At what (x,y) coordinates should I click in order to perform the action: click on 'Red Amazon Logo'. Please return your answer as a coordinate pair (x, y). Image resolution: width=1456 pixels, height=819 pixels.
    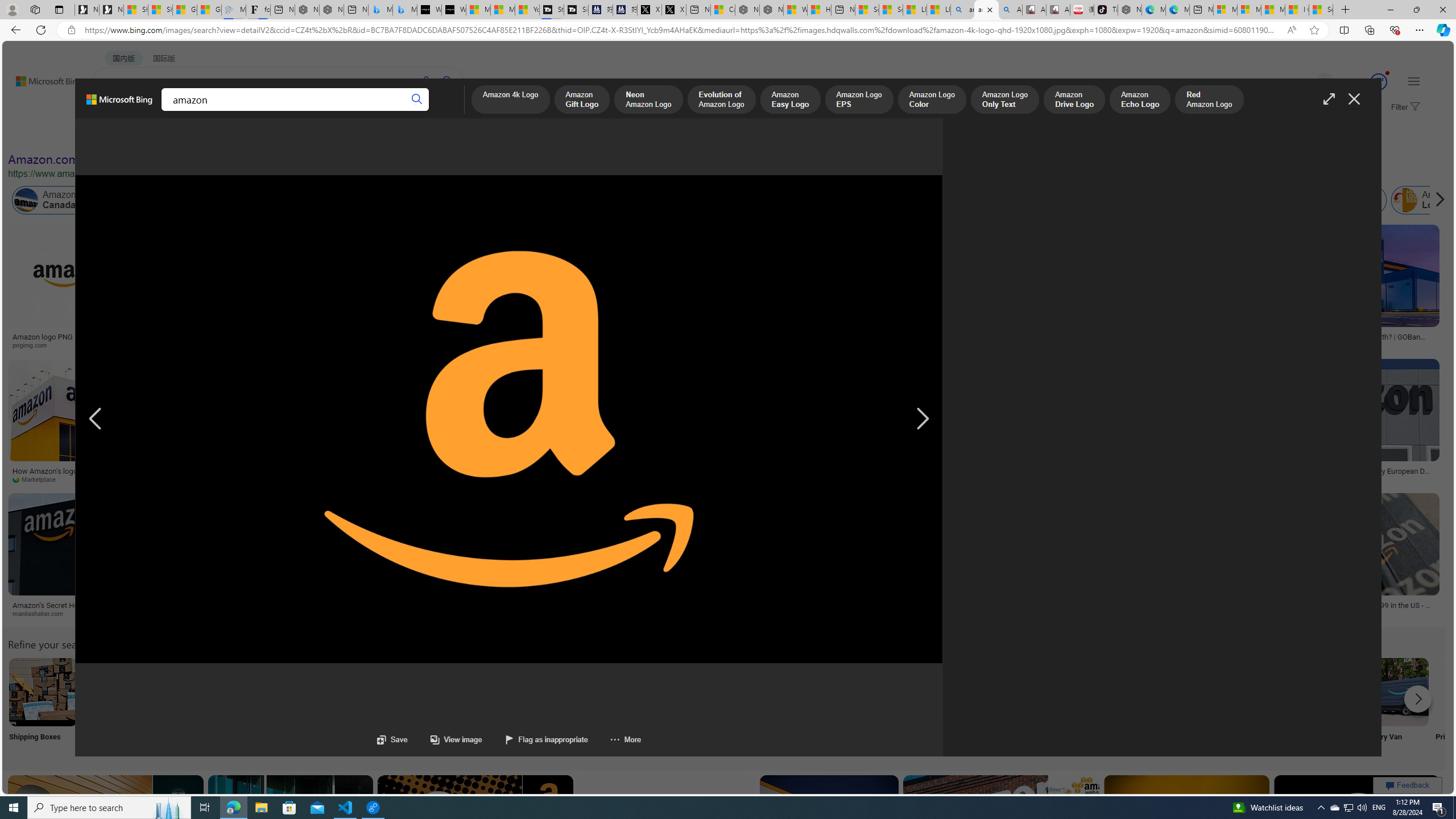
    Looking at the image, I should click on (1209, 100).